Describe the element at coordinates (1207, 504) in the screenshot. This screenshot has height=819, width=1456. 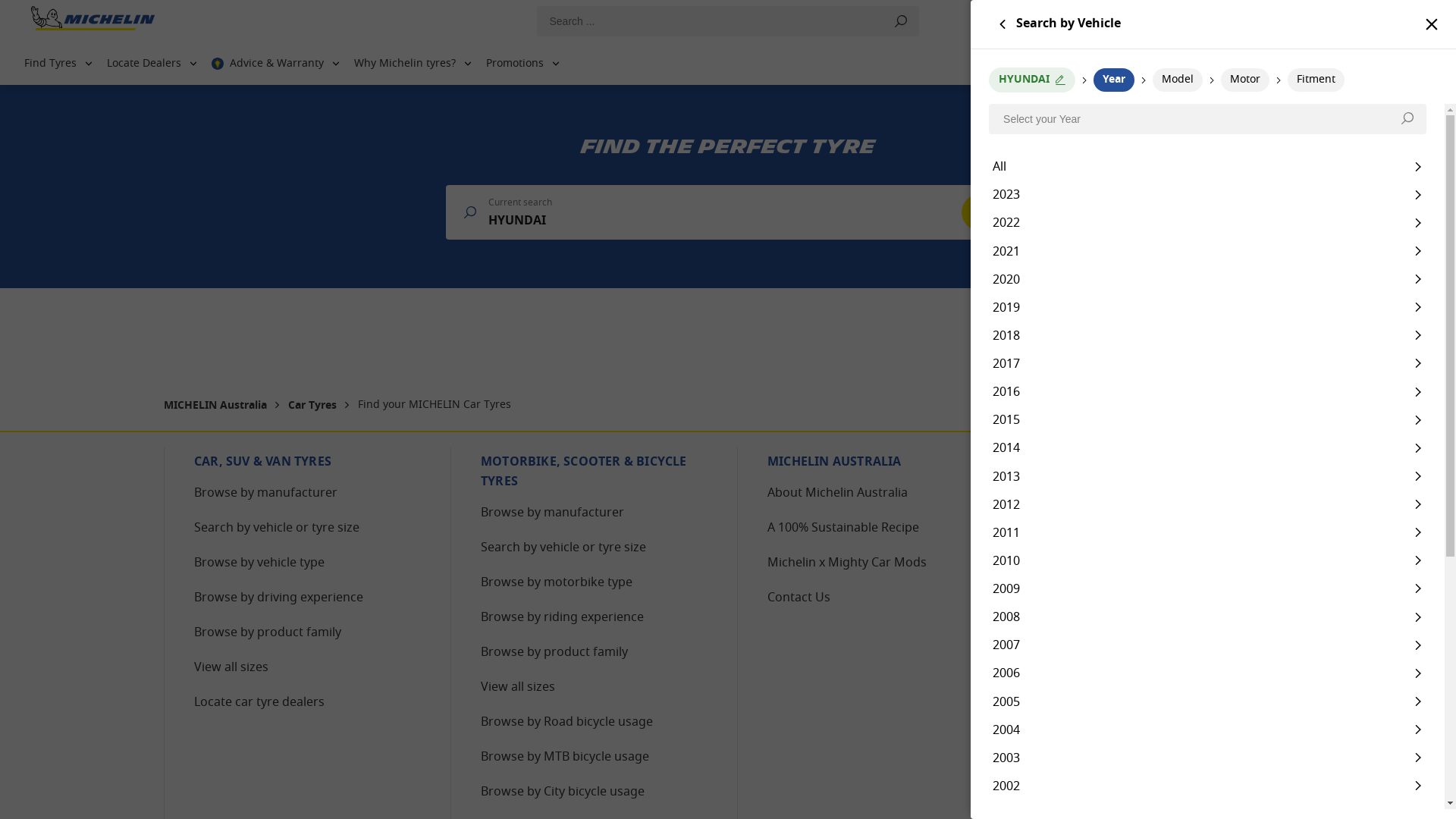
I see `'2012'` at that location.